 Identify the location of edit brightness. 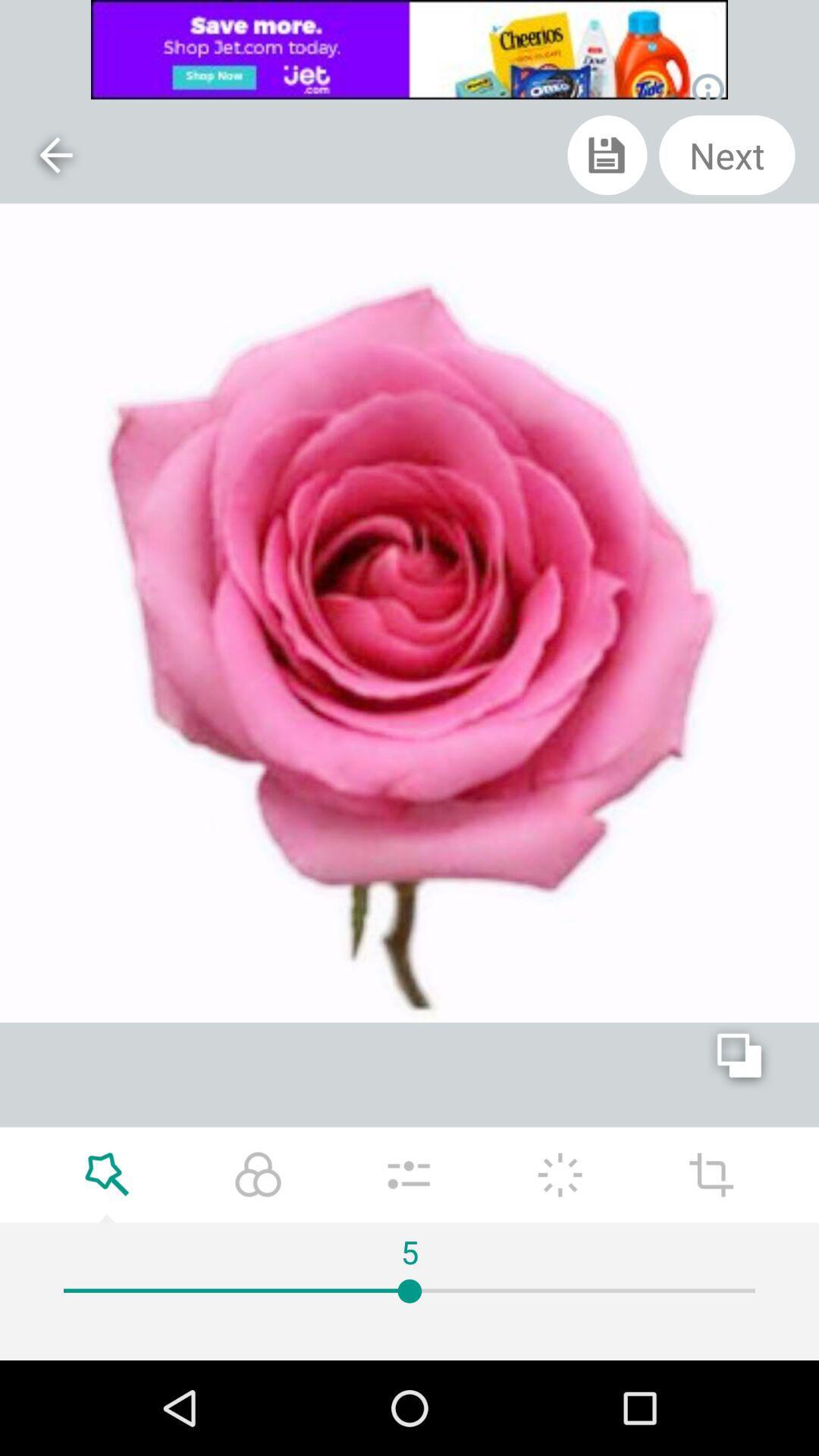
(560, 1174).